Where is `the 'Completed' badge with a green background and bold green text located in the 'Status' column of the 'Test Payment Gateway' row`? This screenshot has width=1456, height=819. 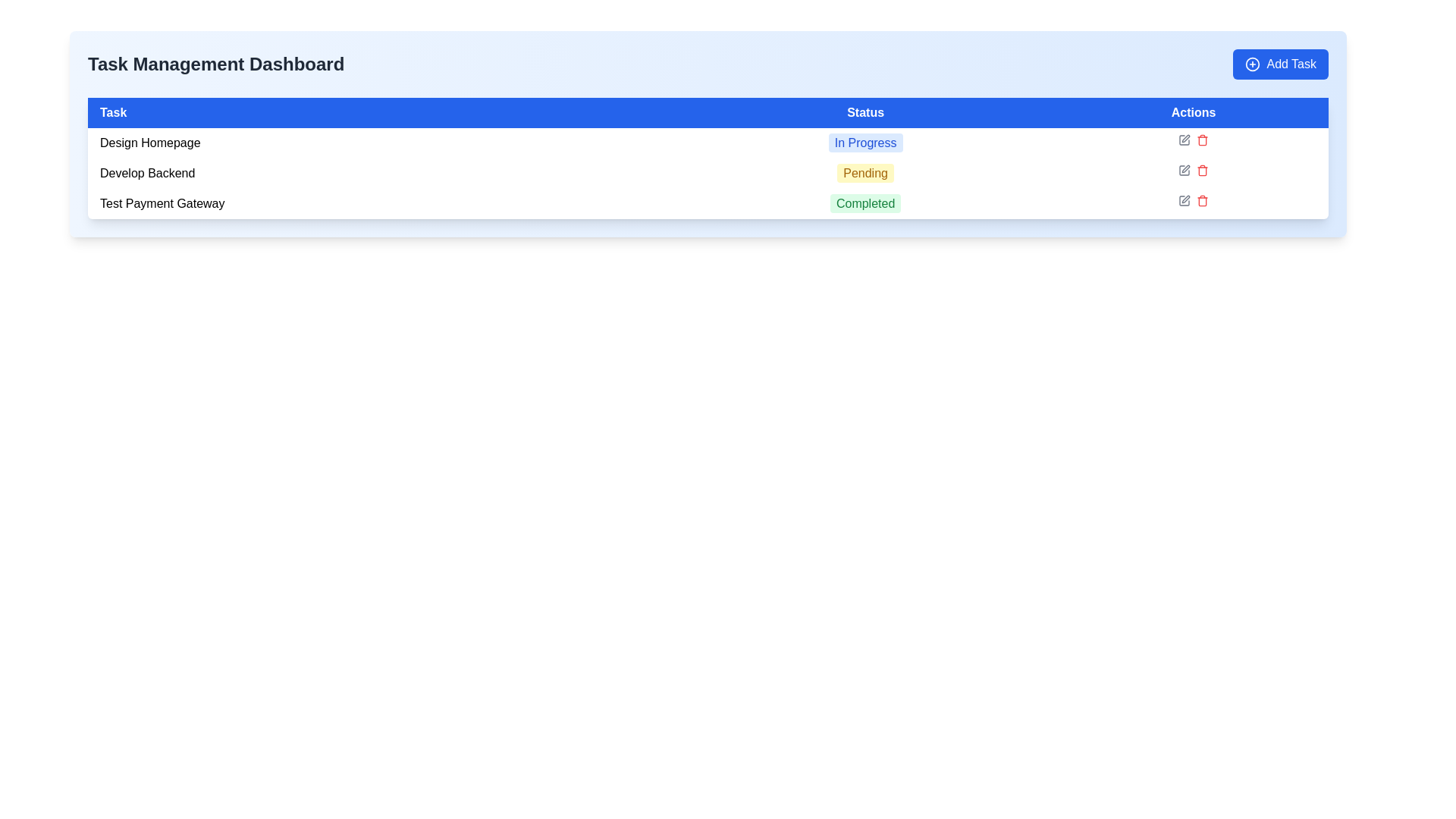 the 'Completed' badge with a green background and bold green text located in the 'Status' column of the 'Test Payment Gateway' row is located at coordinates (865, 203).